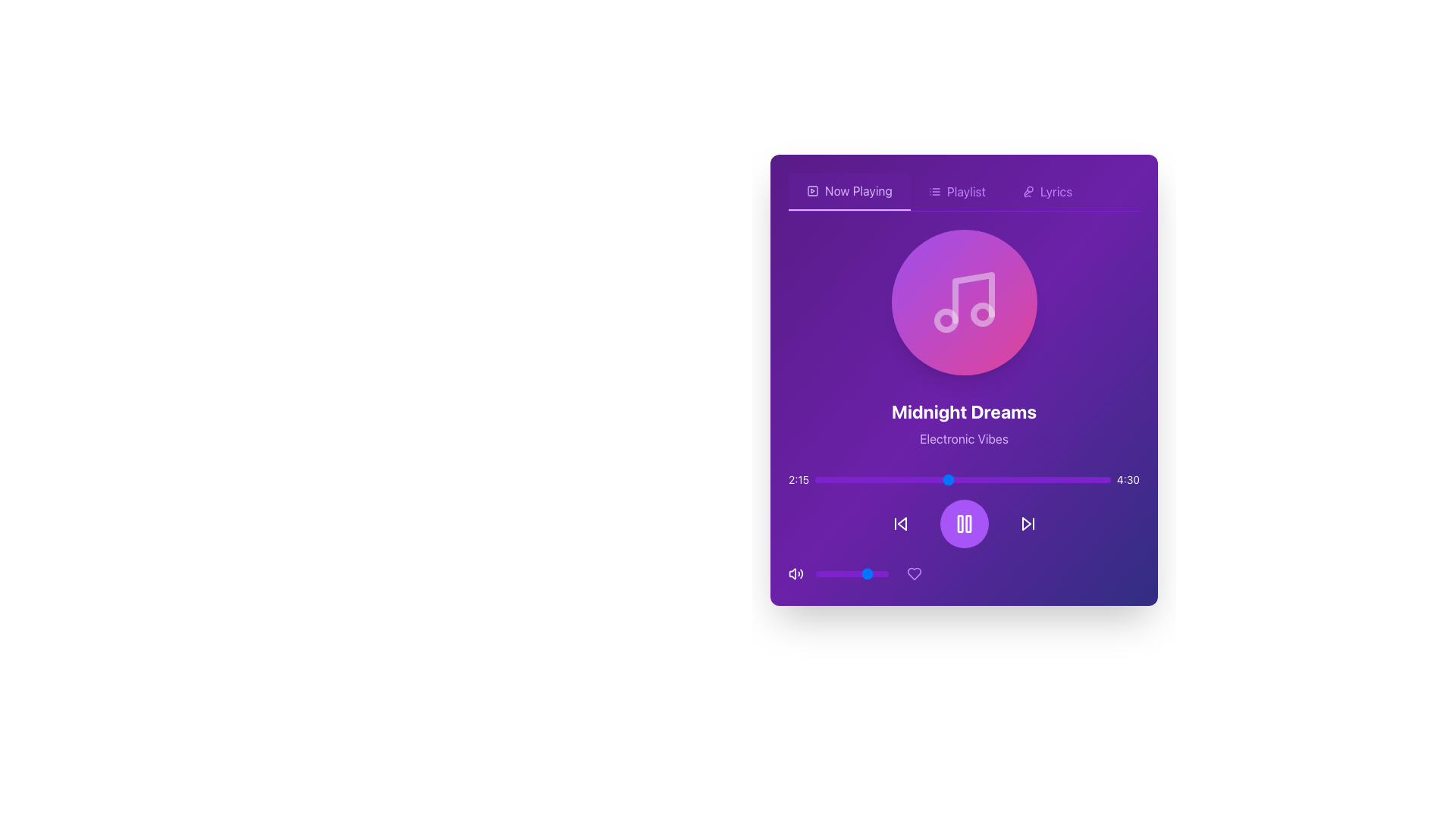  I want to click on second line of text that serves as a subtitle or description below the main title 'Midnight Dreams', which is located near the center of the interface within a purple rectangle, so click(963, 438).